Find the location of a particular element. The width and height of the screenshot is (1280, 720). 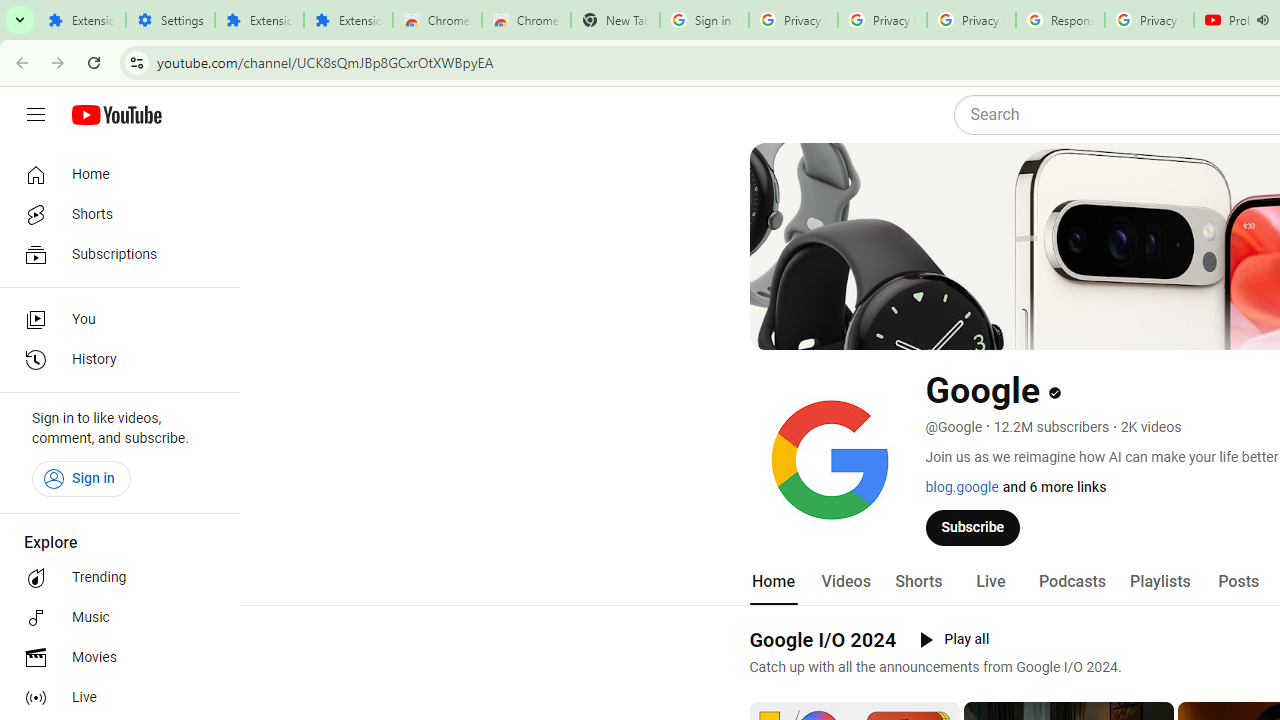

'You' is located at coordinates (112, 319).